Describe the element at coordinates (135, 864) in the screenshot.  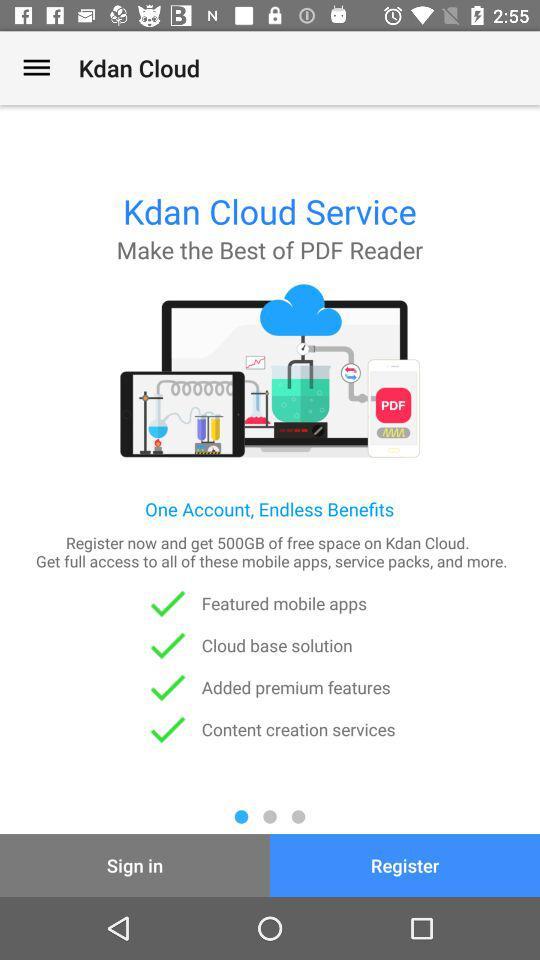
I see `item next to register icon` at that location.